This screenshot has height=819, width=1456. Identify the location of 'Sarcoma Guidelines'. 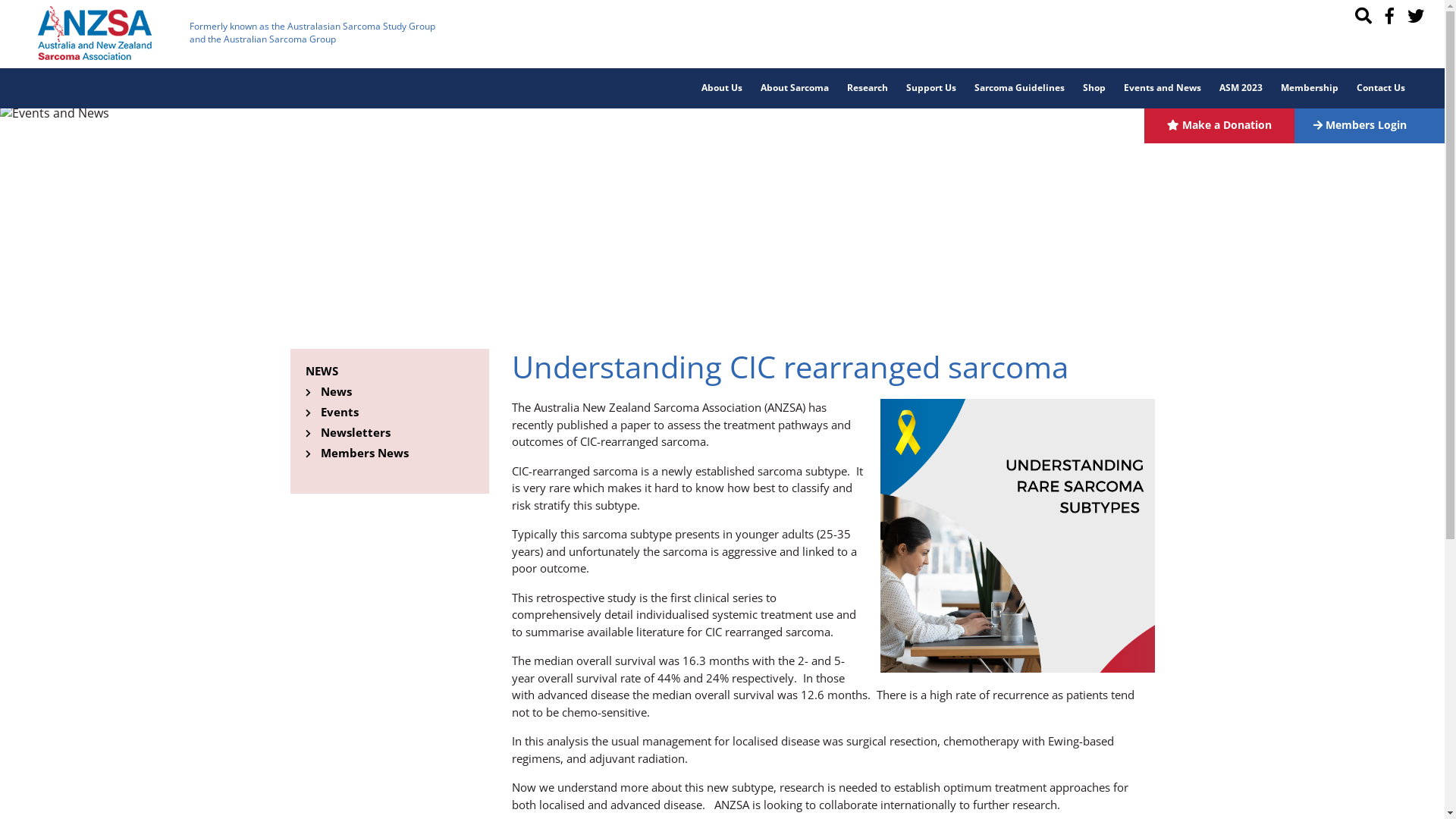
(1019, 88).